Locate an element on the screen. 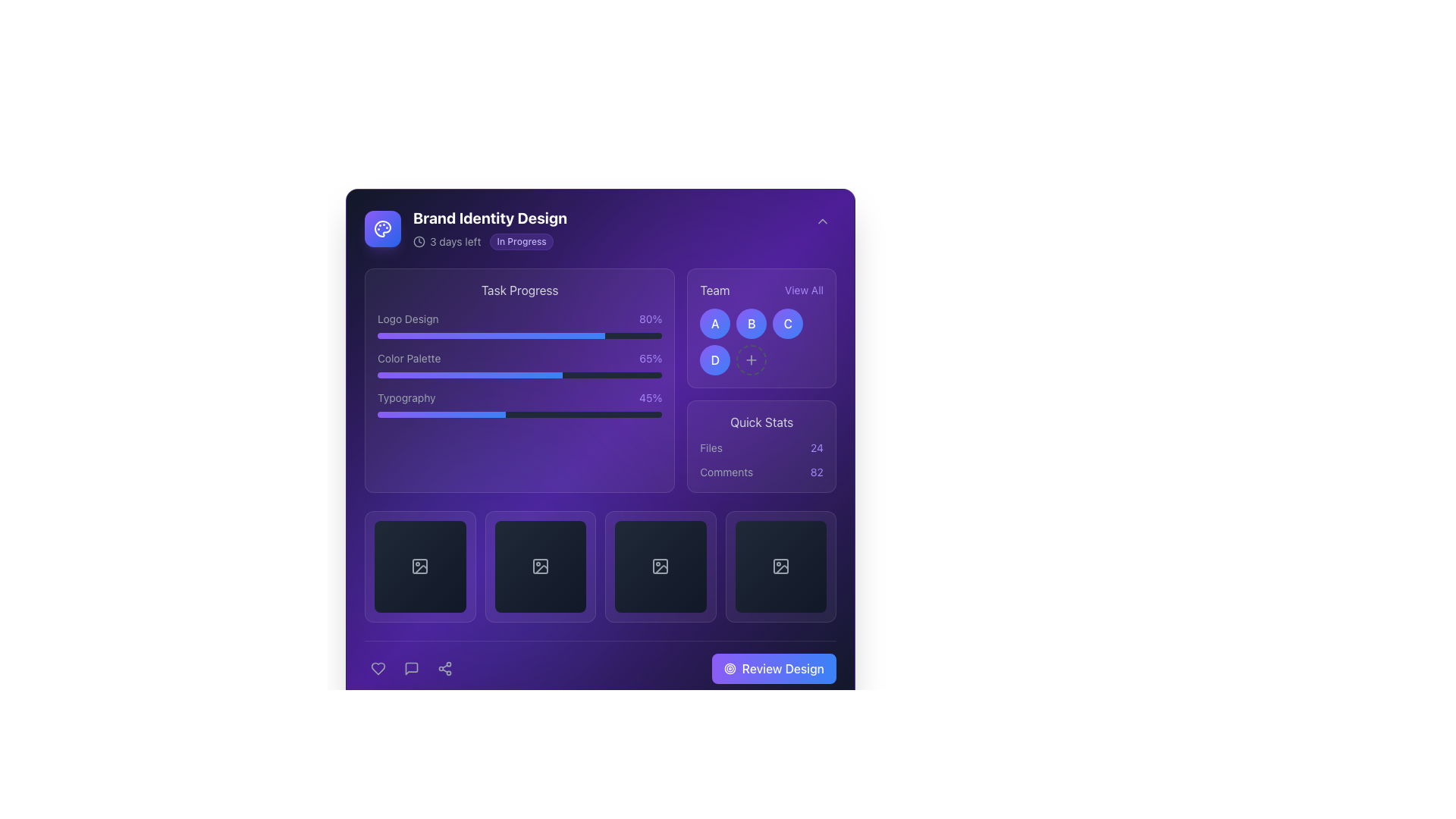 This screenshot has width=1456, height=819. the heart icon located at the bottom left corner of the interface, which is used to represent liking or favoriting an element is located at coordinates (378, 667).